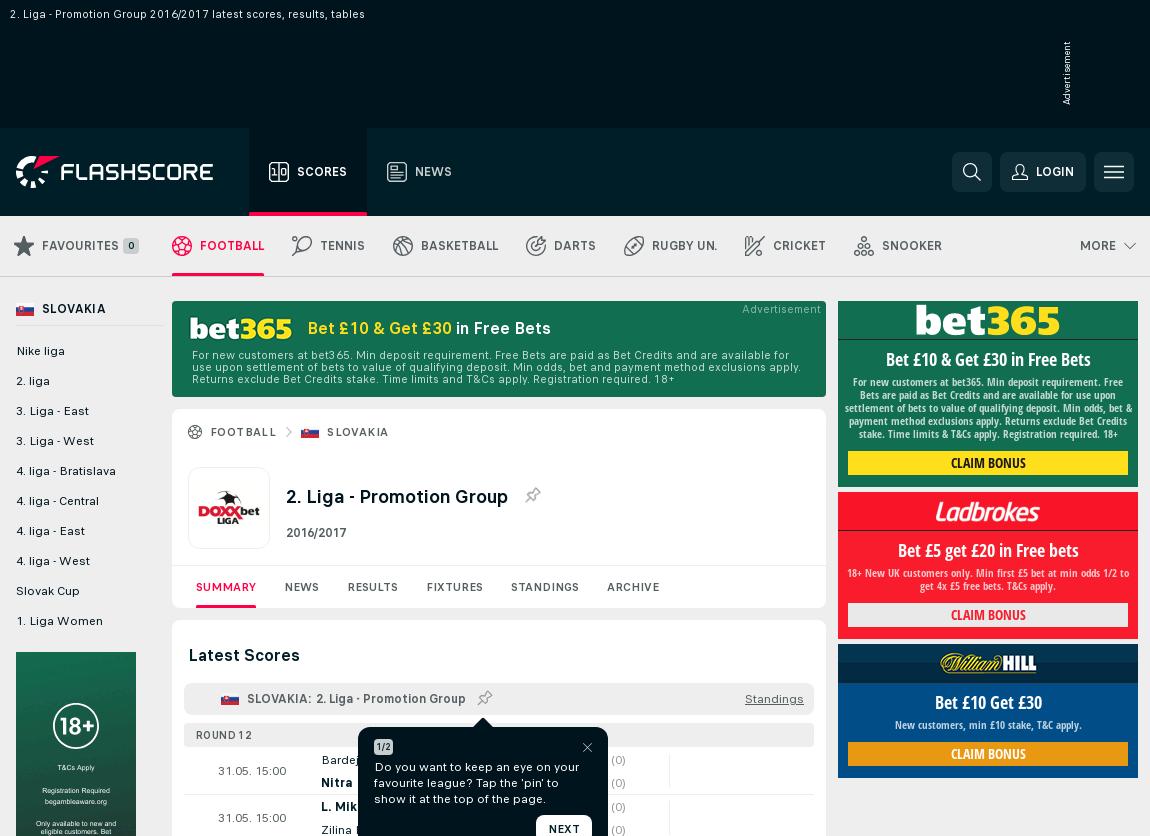 This screenshot has width=1150, height=836. I want to click on 'Rugby Un.', so click(683, 246).